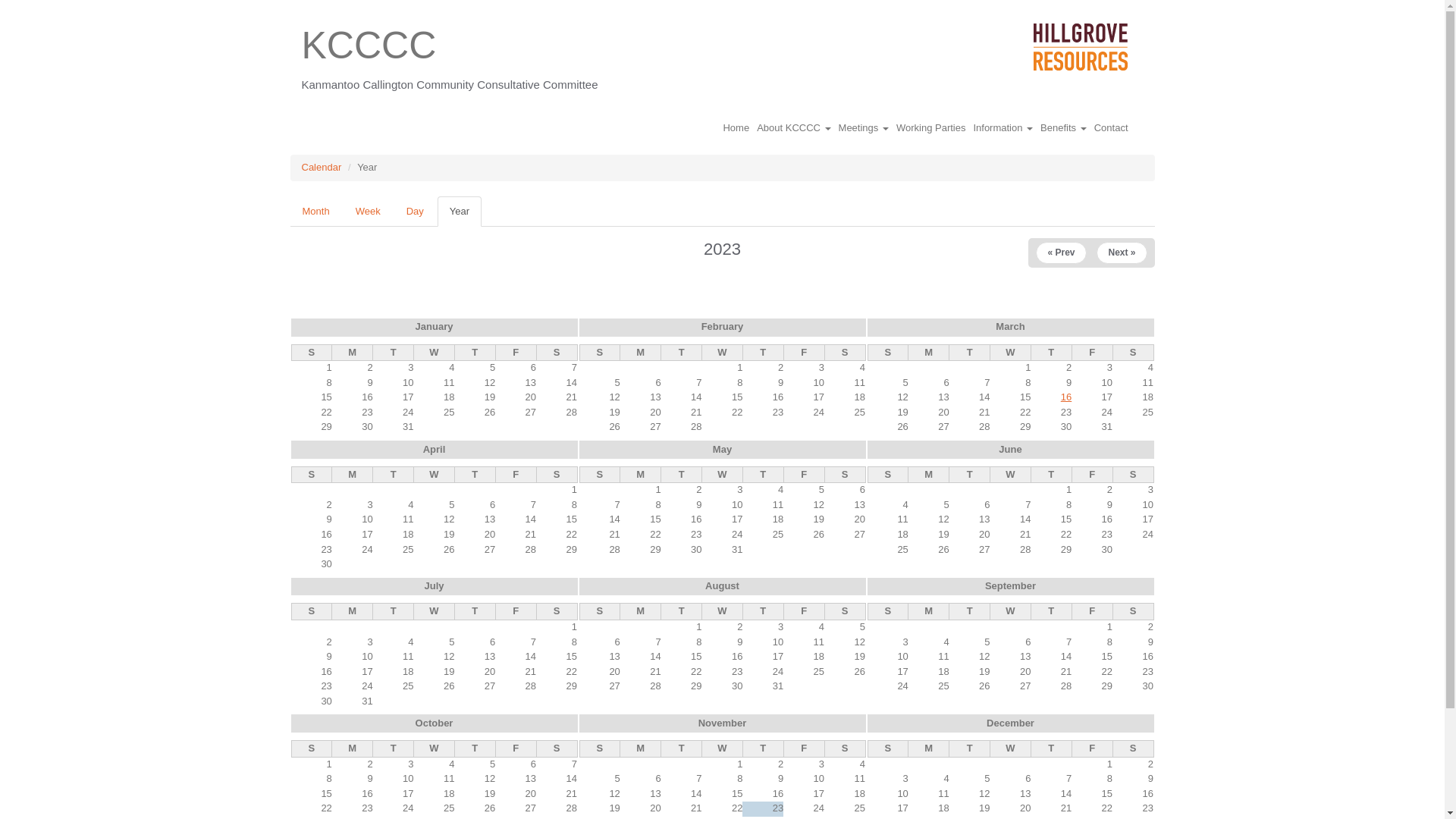 This screenshot has width=1456, height=819. I want to click on 'September', so click(985, 585).